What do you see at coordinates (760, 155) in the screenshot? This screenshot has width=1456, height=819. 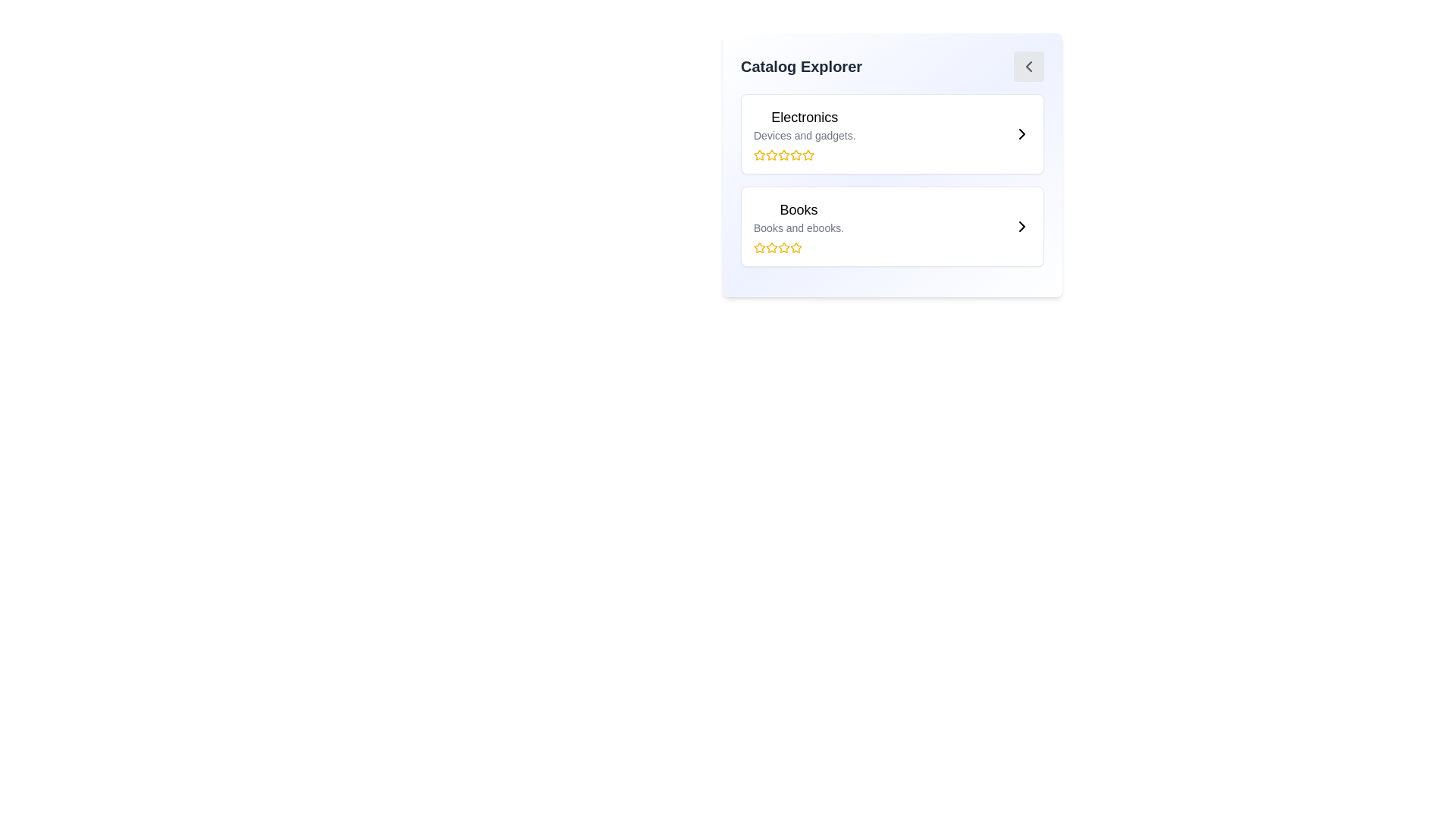 I see `the first star icon with a yellow outline in the 'Electronics' item card, which is part of a rating system` at bounding box center [760, 155].